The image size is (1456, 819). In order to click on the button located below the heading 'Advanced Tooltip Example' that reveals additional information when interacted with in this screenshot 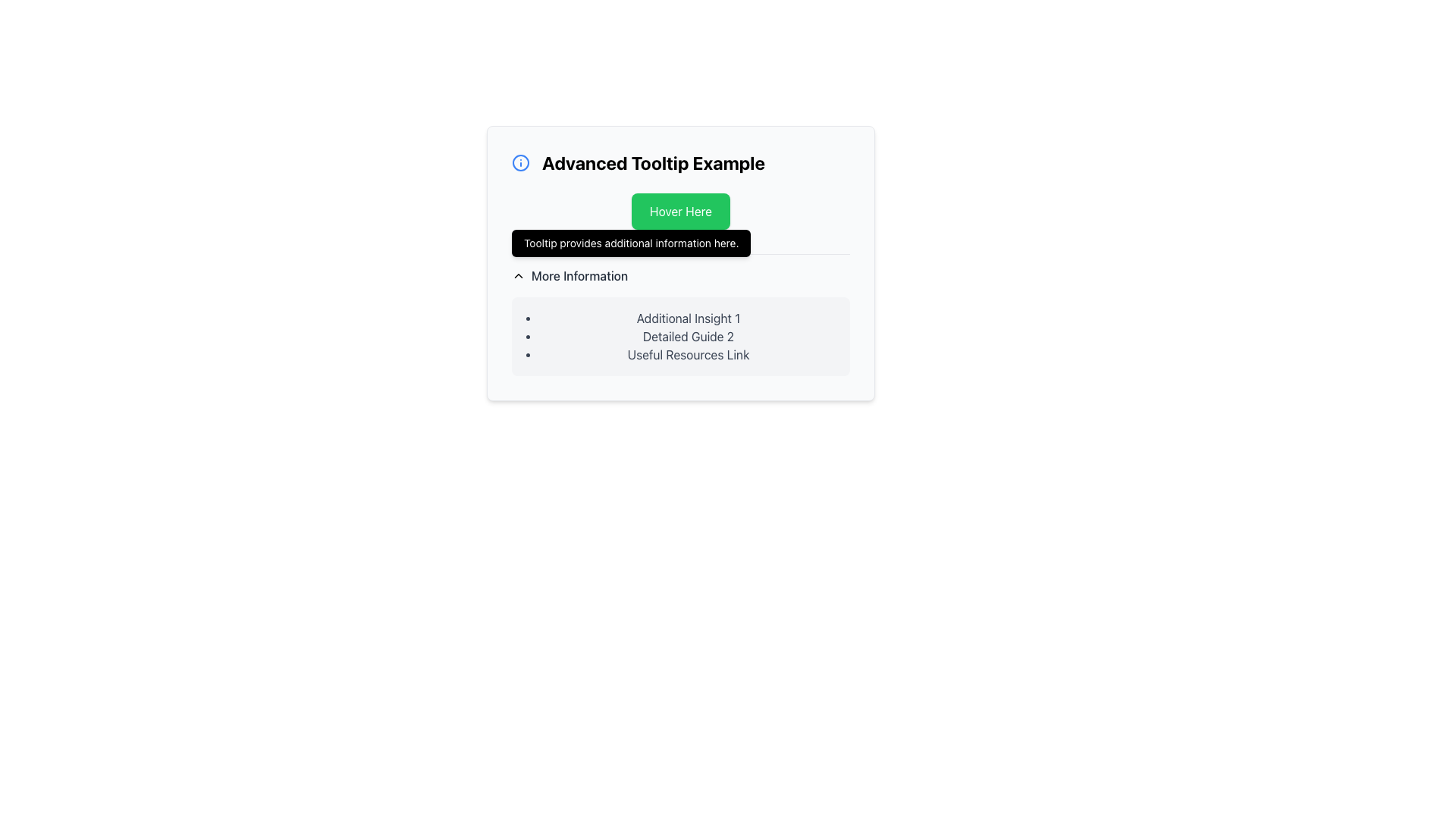, I will do `click(679, 211)`.